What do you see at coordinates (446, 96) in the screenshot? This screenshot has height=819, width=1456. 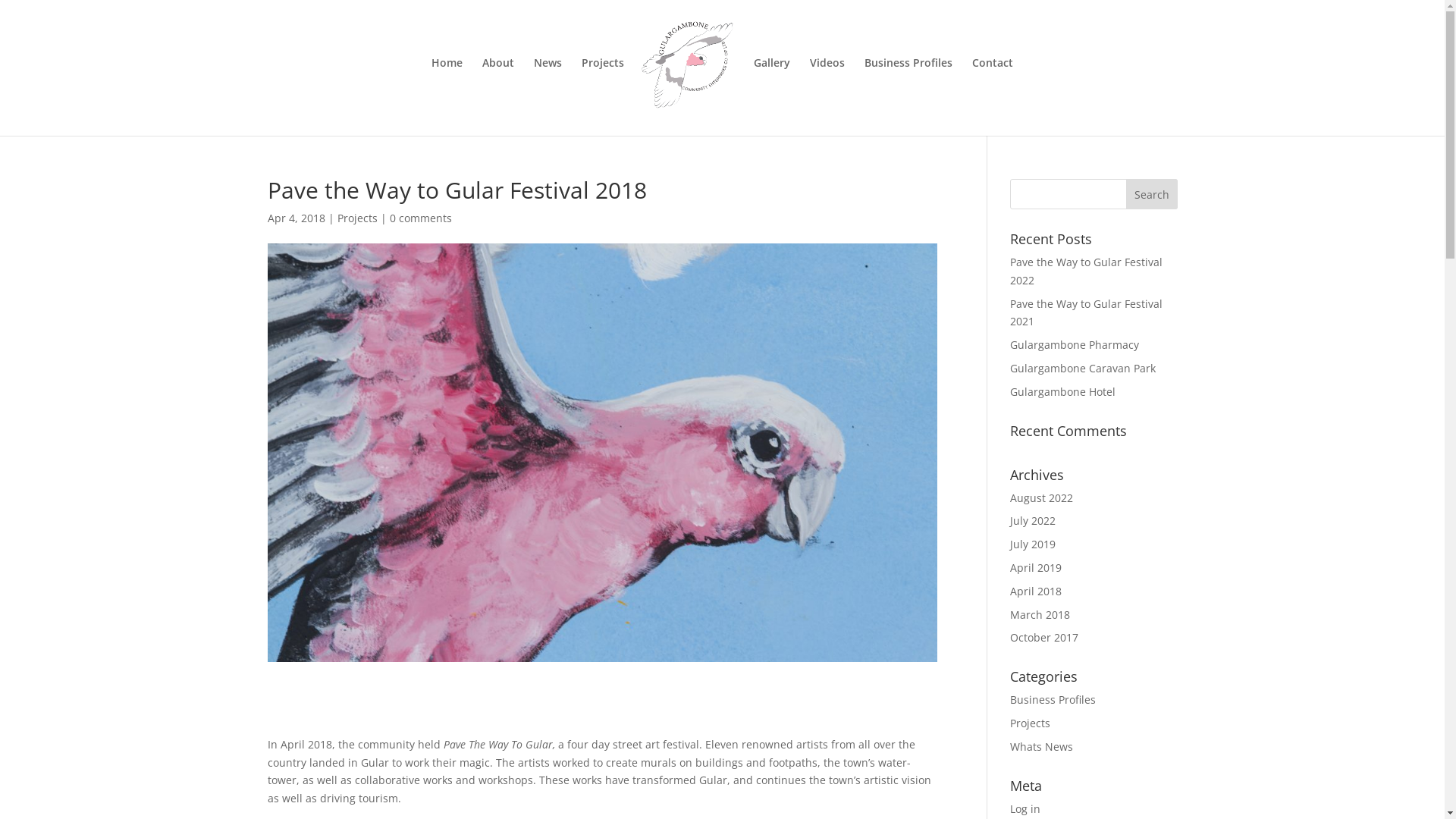 I see `'Home'` at bounding box center [446, 96].